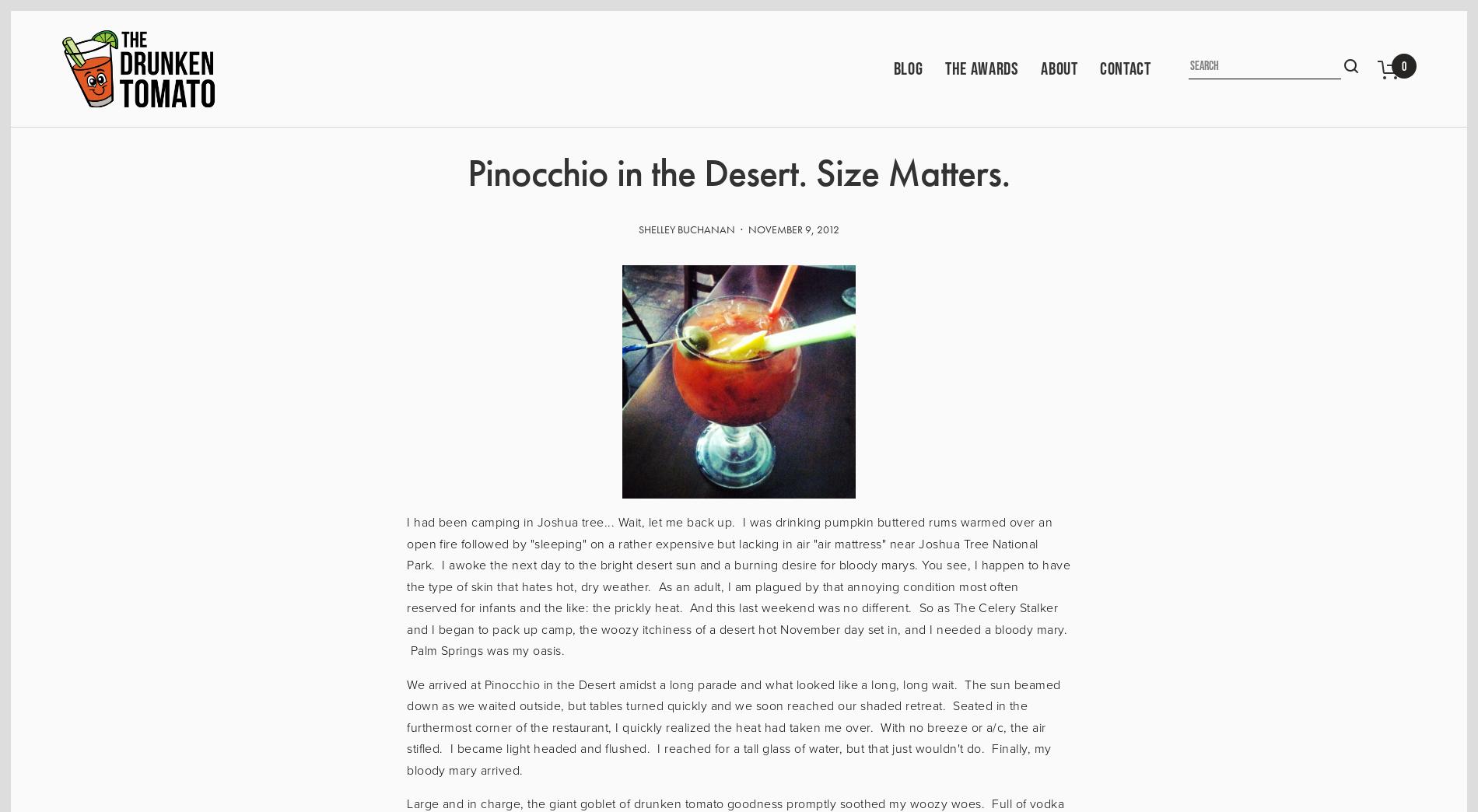 This screenshot has height=812, width=1478. Describe the element at coordinates (1403, 65) in the screenshot. I see `'0'` at that location.